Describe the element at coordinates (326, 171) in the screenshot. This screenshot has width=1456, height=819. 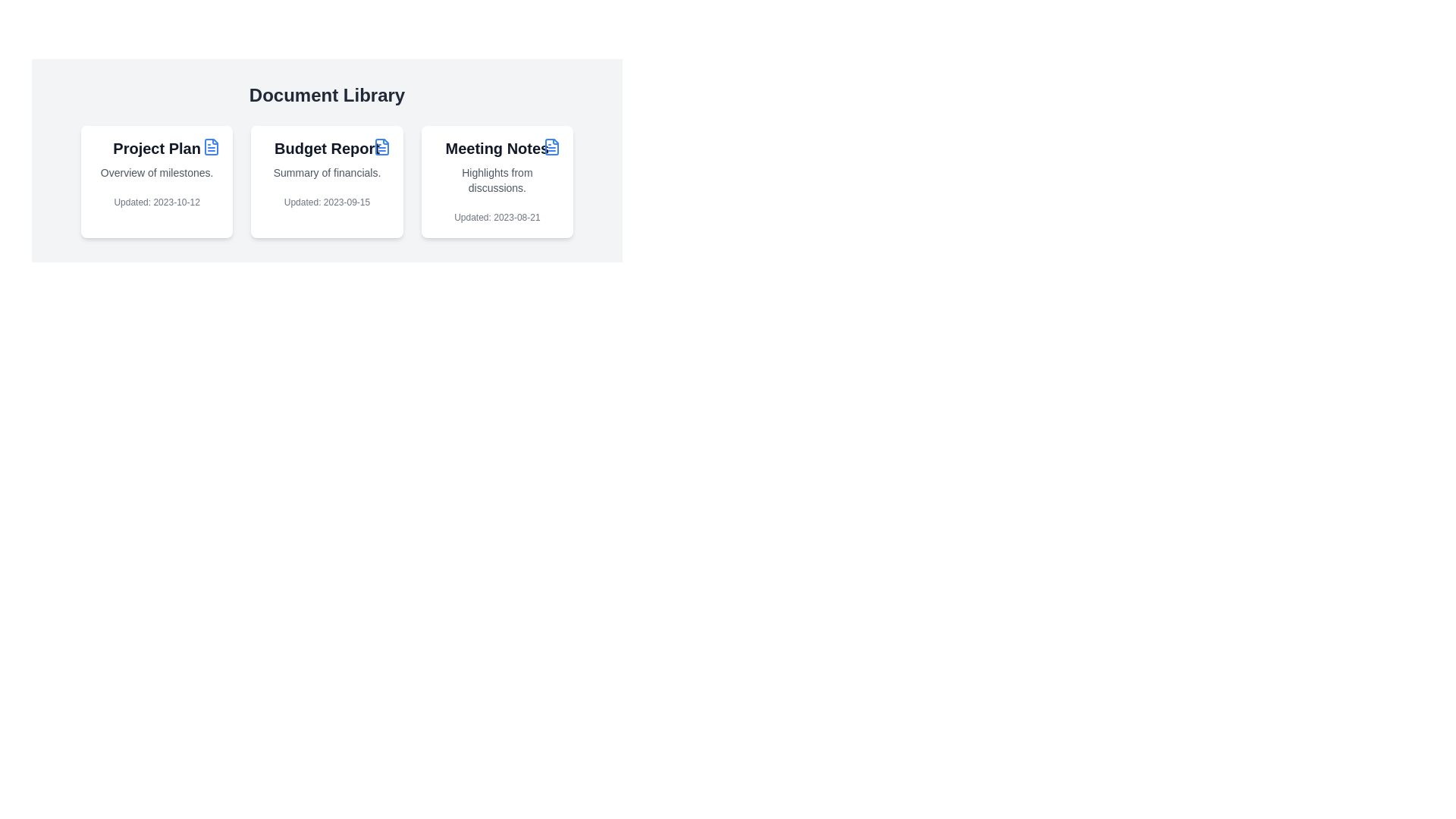
I see `the static text element displaying 'Summary of financials.' located below the title 'Budget Report' in the middle card of three cards` at that location.